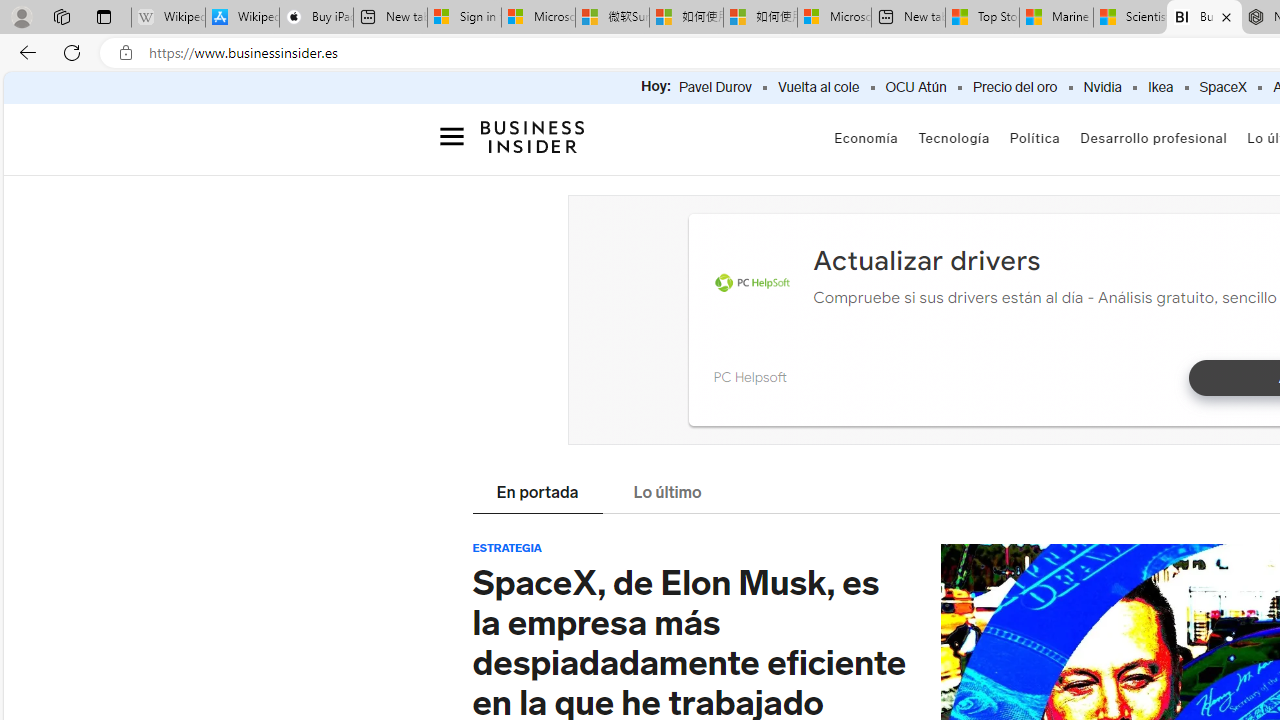 The height and width of the screenshot is (720, 1280). What do you see at coordinates (1101, 87) in the screenshot?
I see `'Nvidia'` at bounding box center [1101, 87].